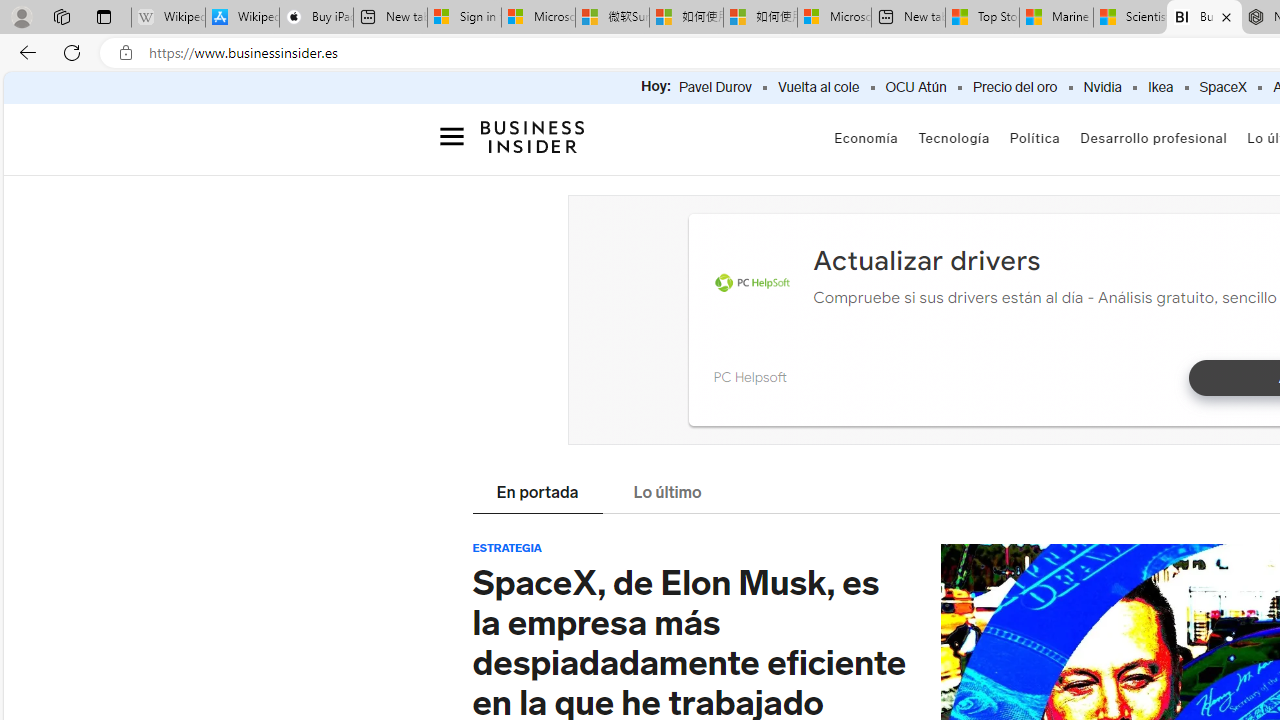 The height and width of the screenshot is (720, 1280). What do you see at coordinates (1101, 87) in the screenshot?
I see `'Nvidia'` at bounding box center [1101, 87].